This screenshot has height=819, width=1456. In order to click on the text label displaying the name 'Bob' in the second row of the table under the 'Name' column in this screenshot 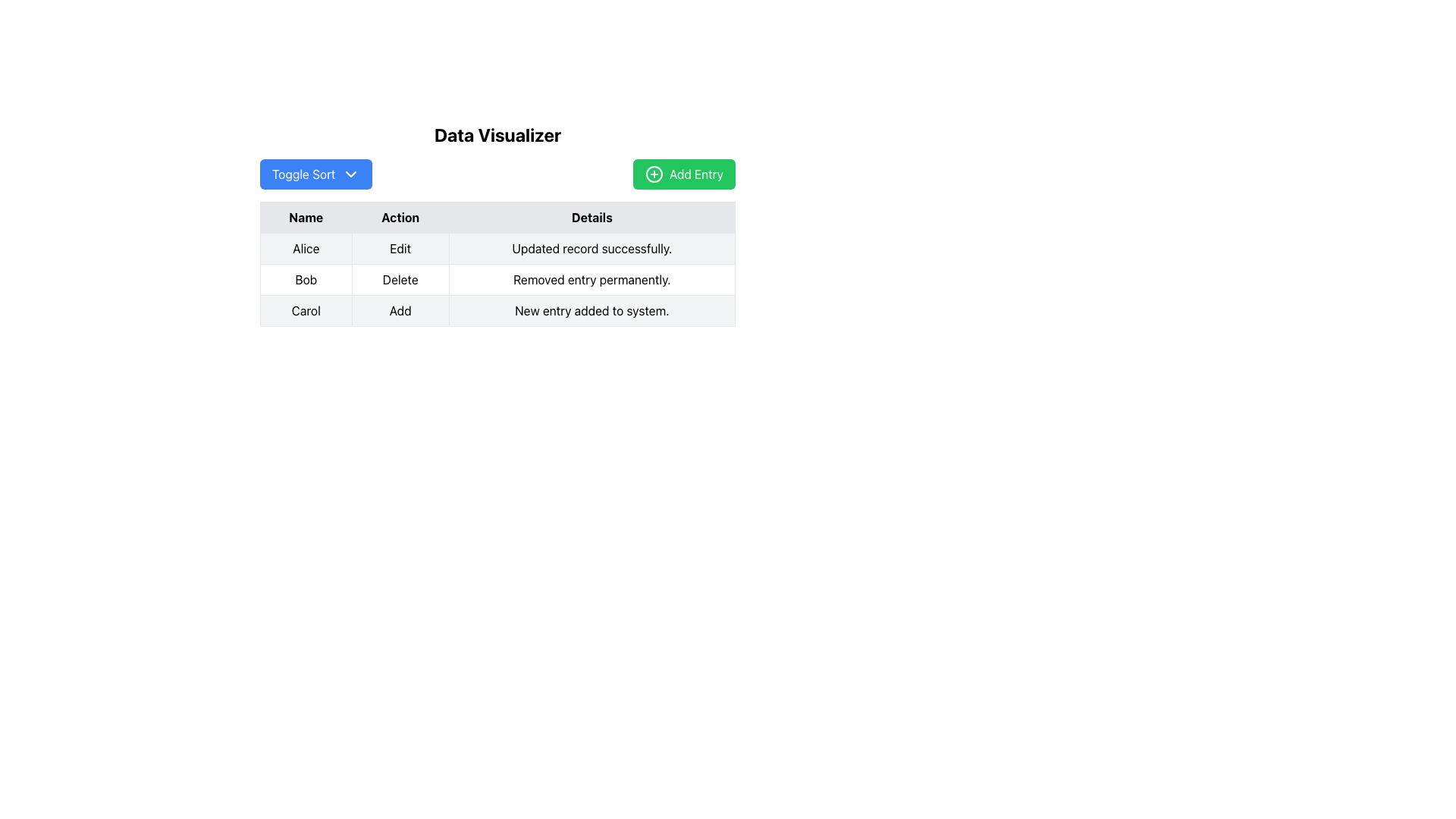, I will do `click(305, 280)`.